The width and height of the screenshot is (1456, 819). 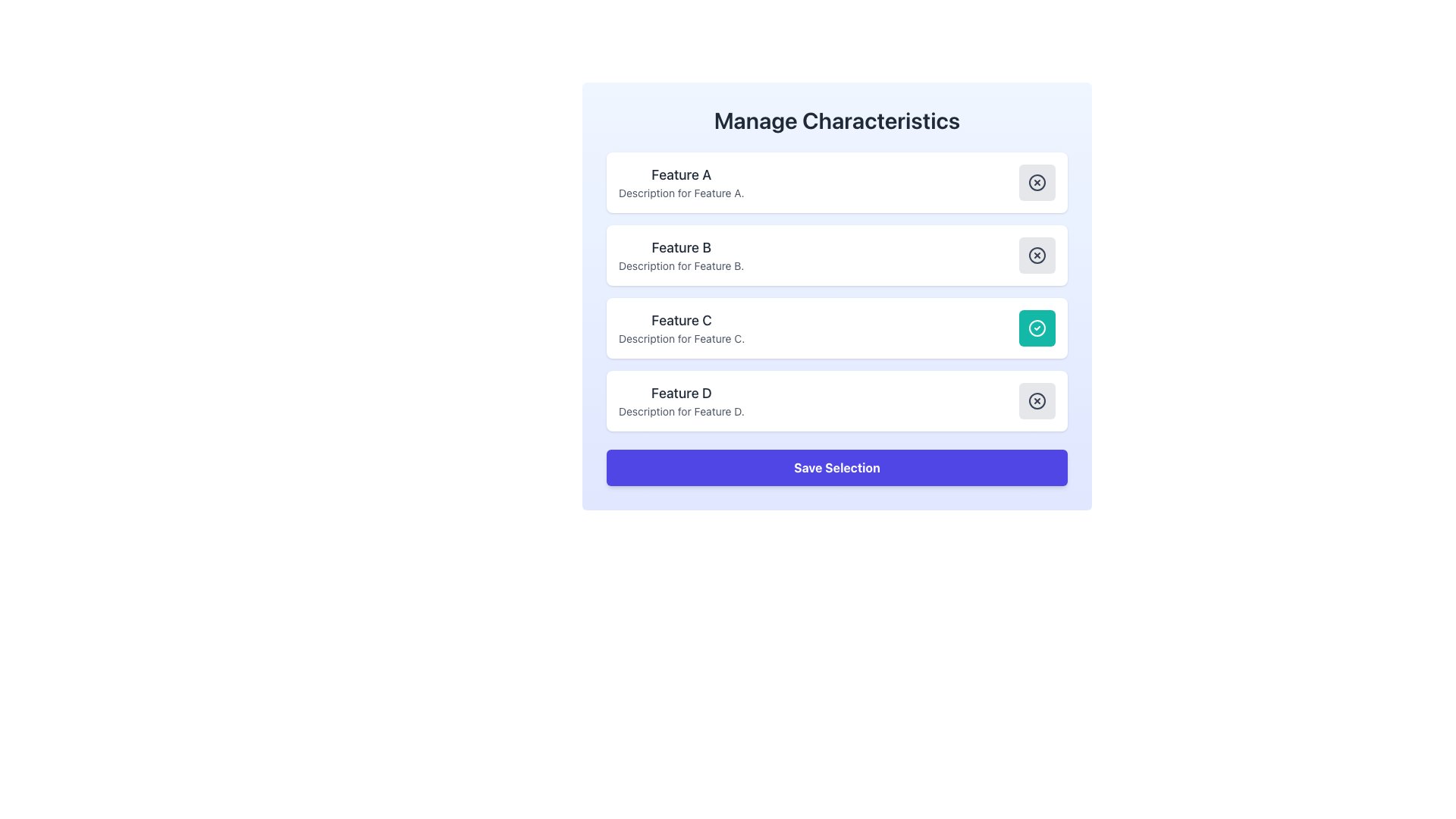 What do you see at coordinates (681, 320) in the screenshot?
I see `the 'Feature C' text label, which is styled in bold and is the third item in the 'Manage Characteristics' section, positioned between 'Feature B' and 'Feature D'` at bounding box center [681, 320].